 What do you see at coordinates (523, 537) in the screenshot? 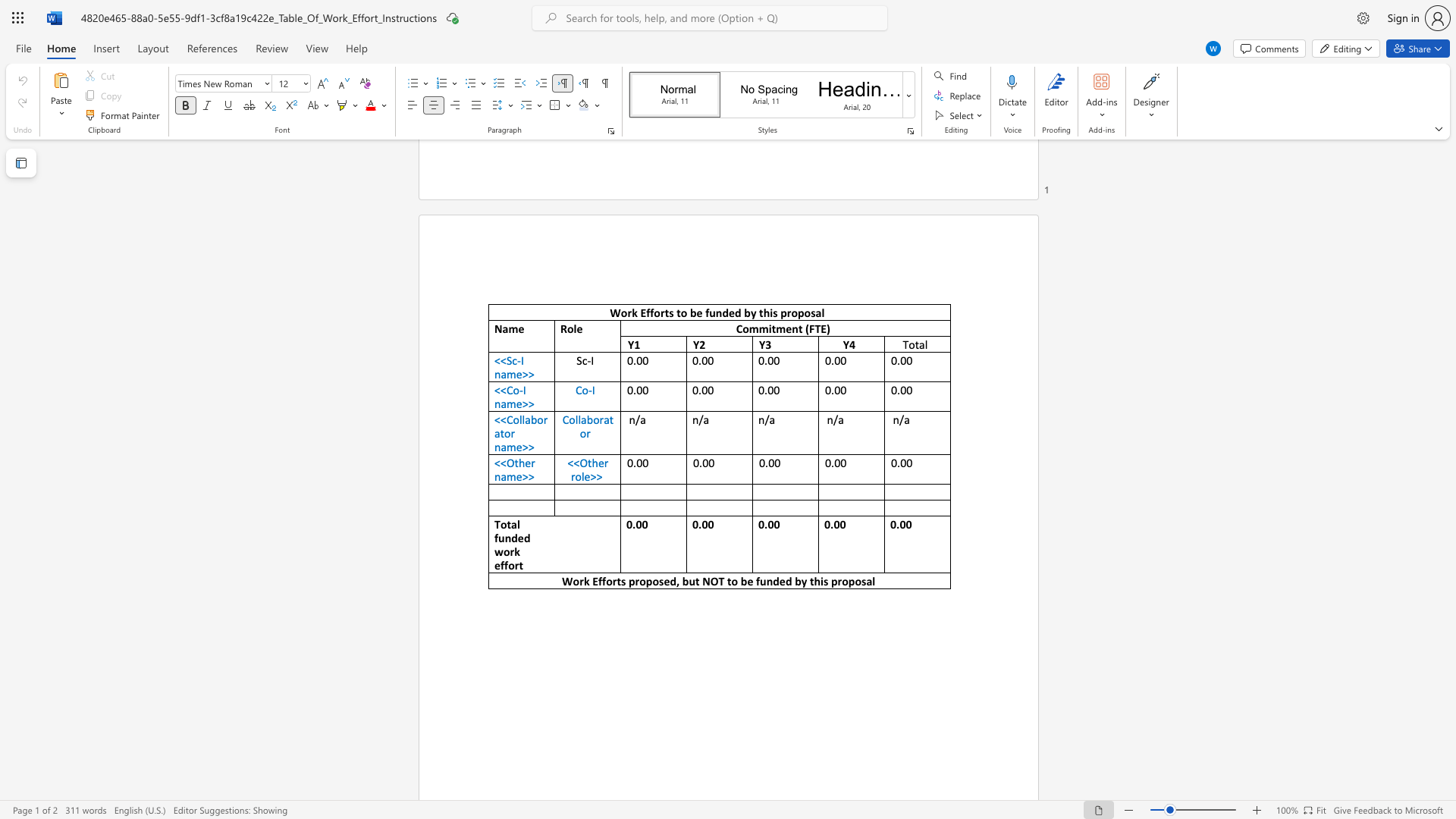
I see `the subset text "d work effo" within the text "Total funded work effort"` at bounding box center [523, 537].